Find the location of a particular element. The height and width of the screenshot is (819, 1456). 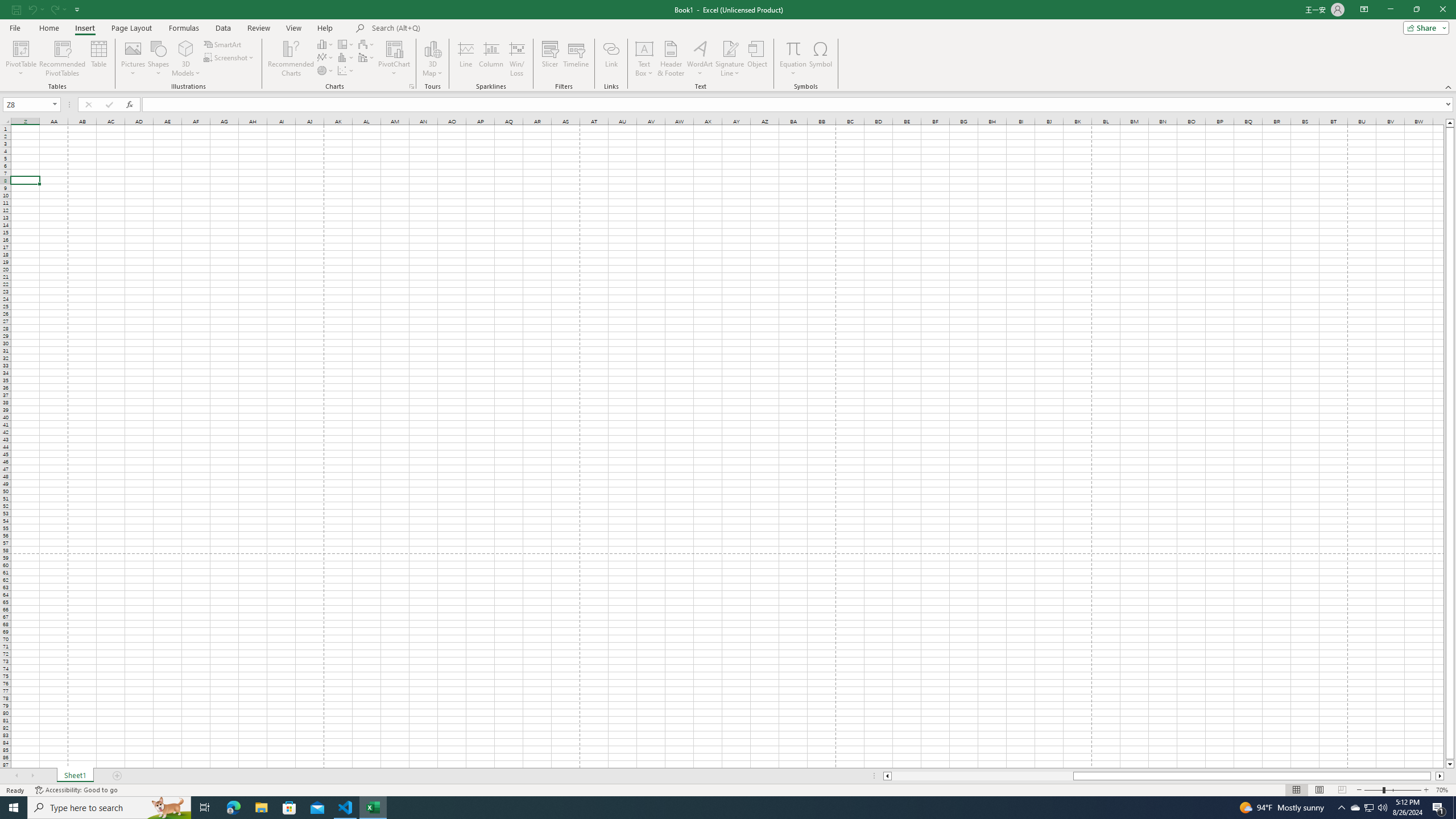

'Equation' is located at coordinates (793, 59).